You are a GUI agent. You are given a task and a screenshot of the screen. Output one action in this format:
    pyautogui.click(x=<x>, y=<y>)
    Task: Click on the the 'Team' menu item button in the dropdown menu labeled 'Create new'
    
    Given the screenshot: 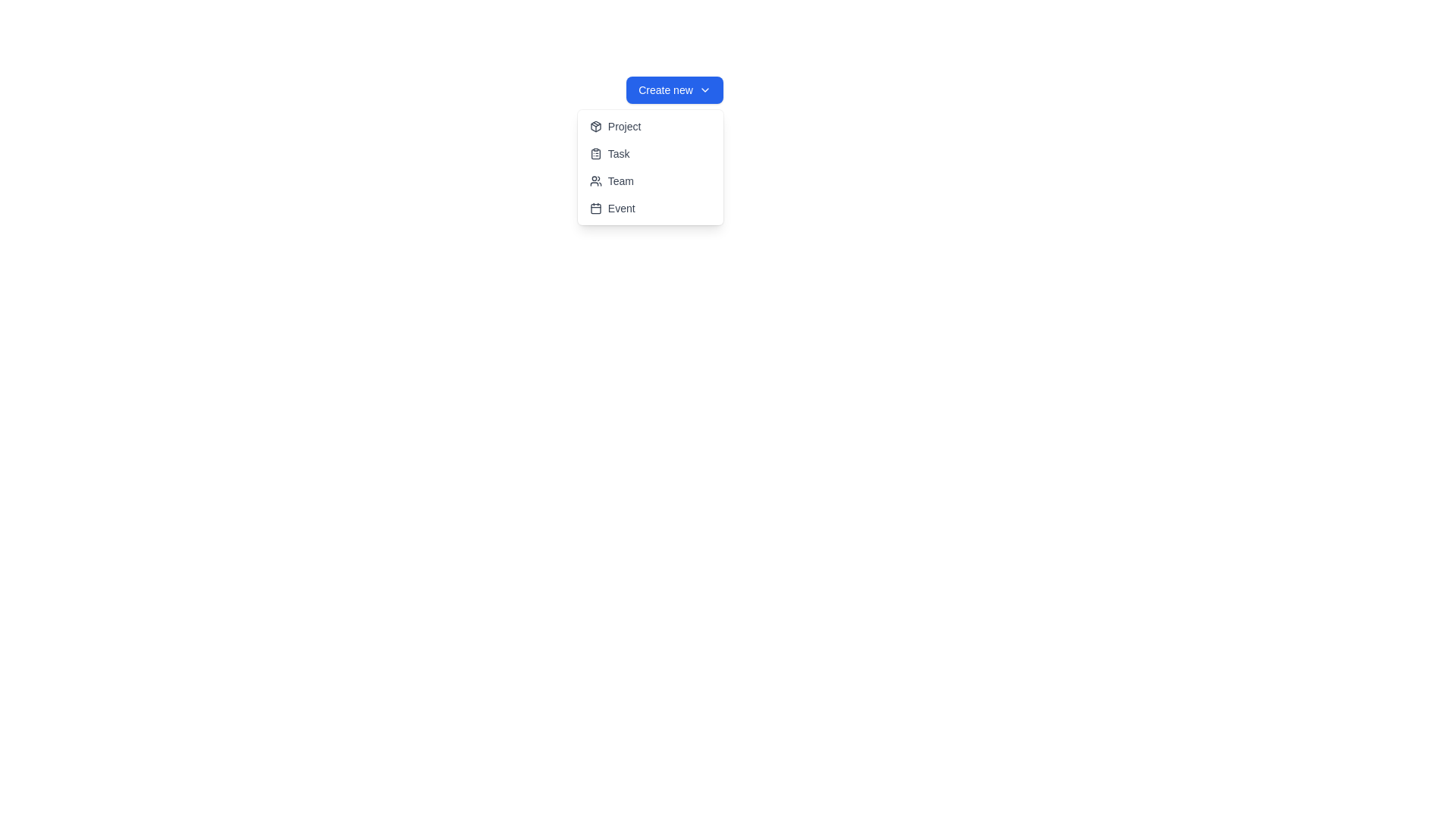 What is the action you would take?
    pyautogui.click(x=650, y=180)
    